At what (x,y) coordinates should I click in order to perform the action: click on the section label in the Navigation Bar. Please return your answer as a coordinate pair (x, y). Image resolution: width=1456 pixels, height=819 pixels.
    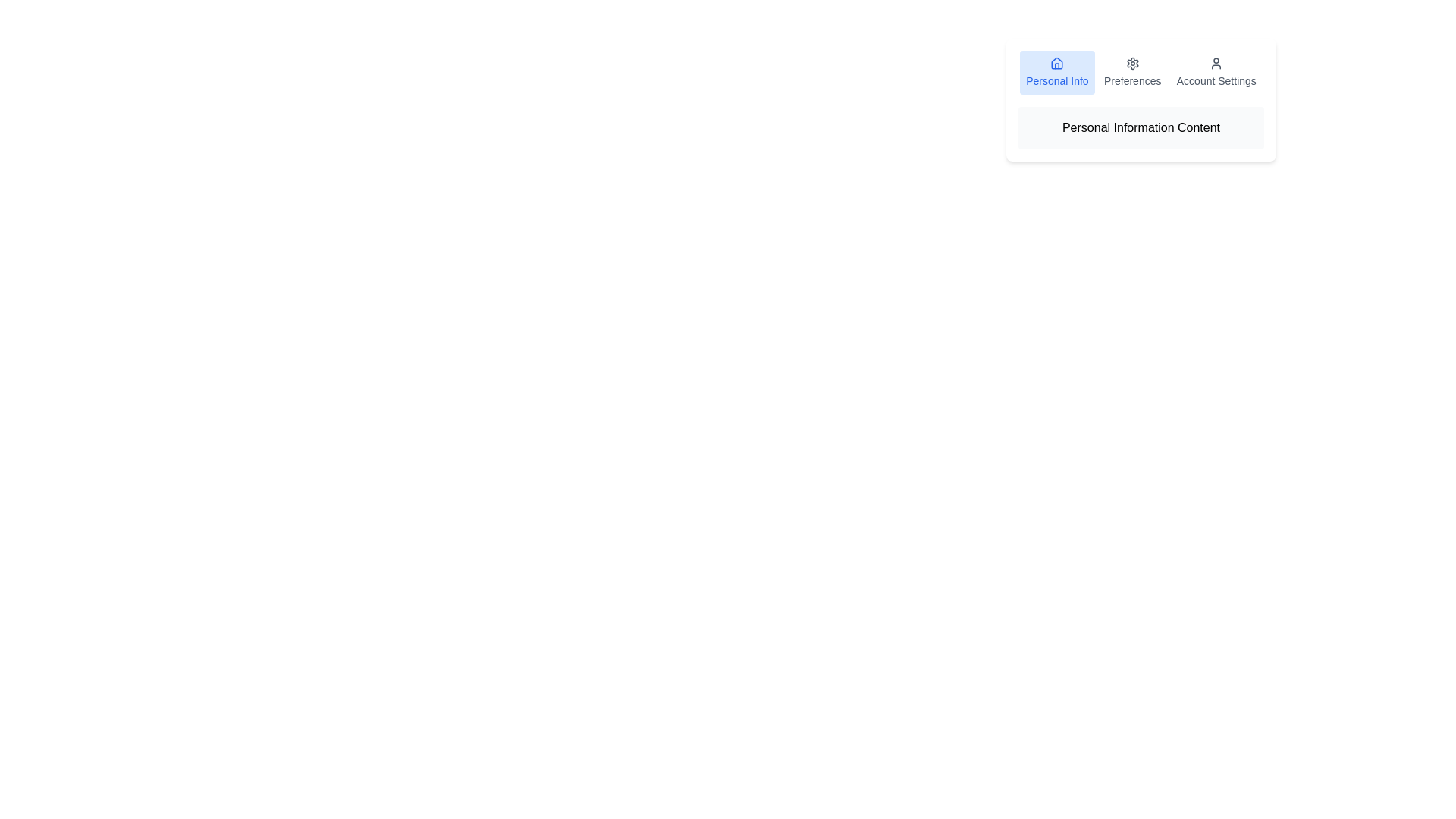
    Looking at the image, I should click on (1141, 73).